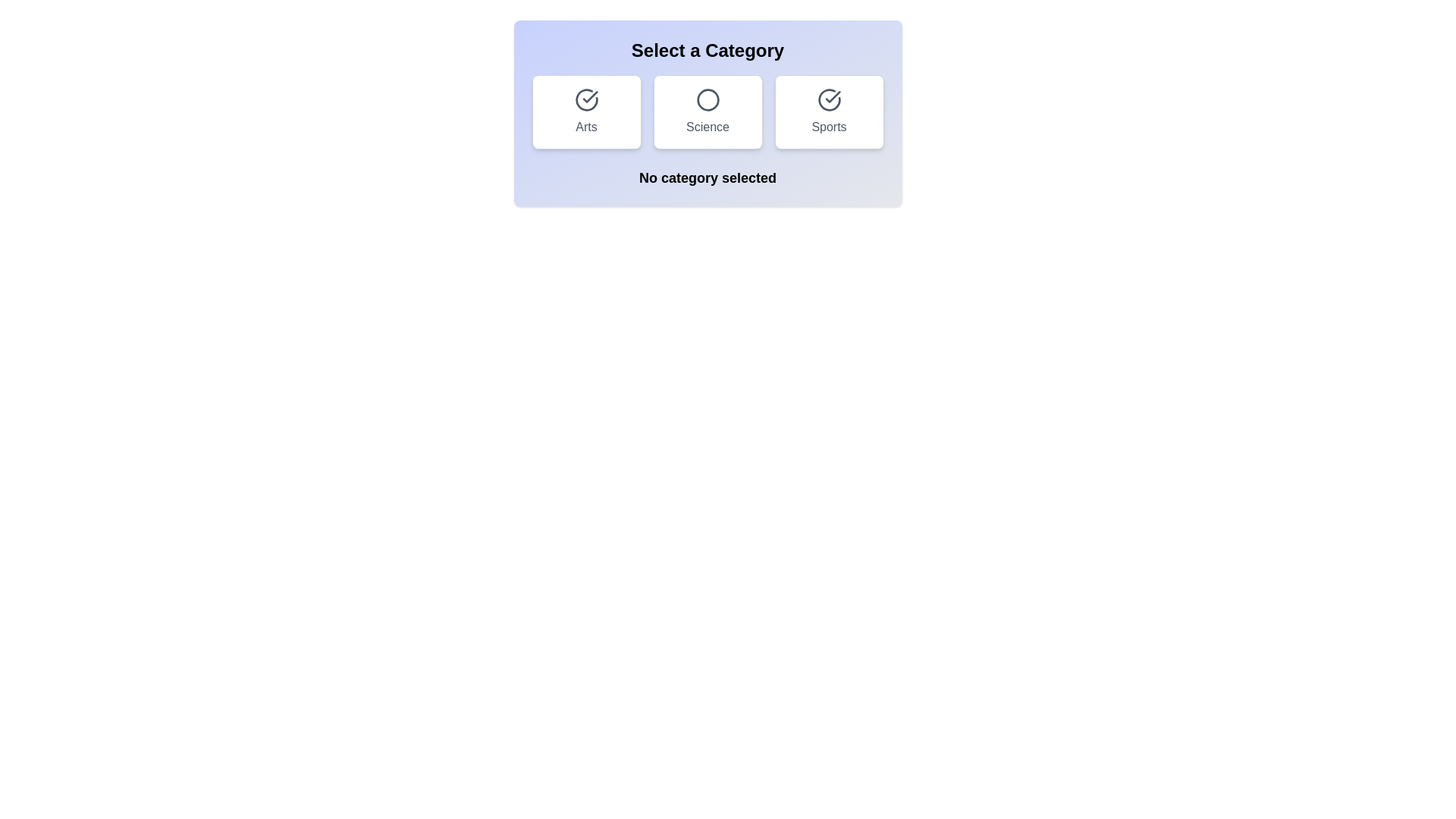  Describe the element at coordinates (707, 111) in the screenshot. I see `the 'Science' Selectable Button` at that location.